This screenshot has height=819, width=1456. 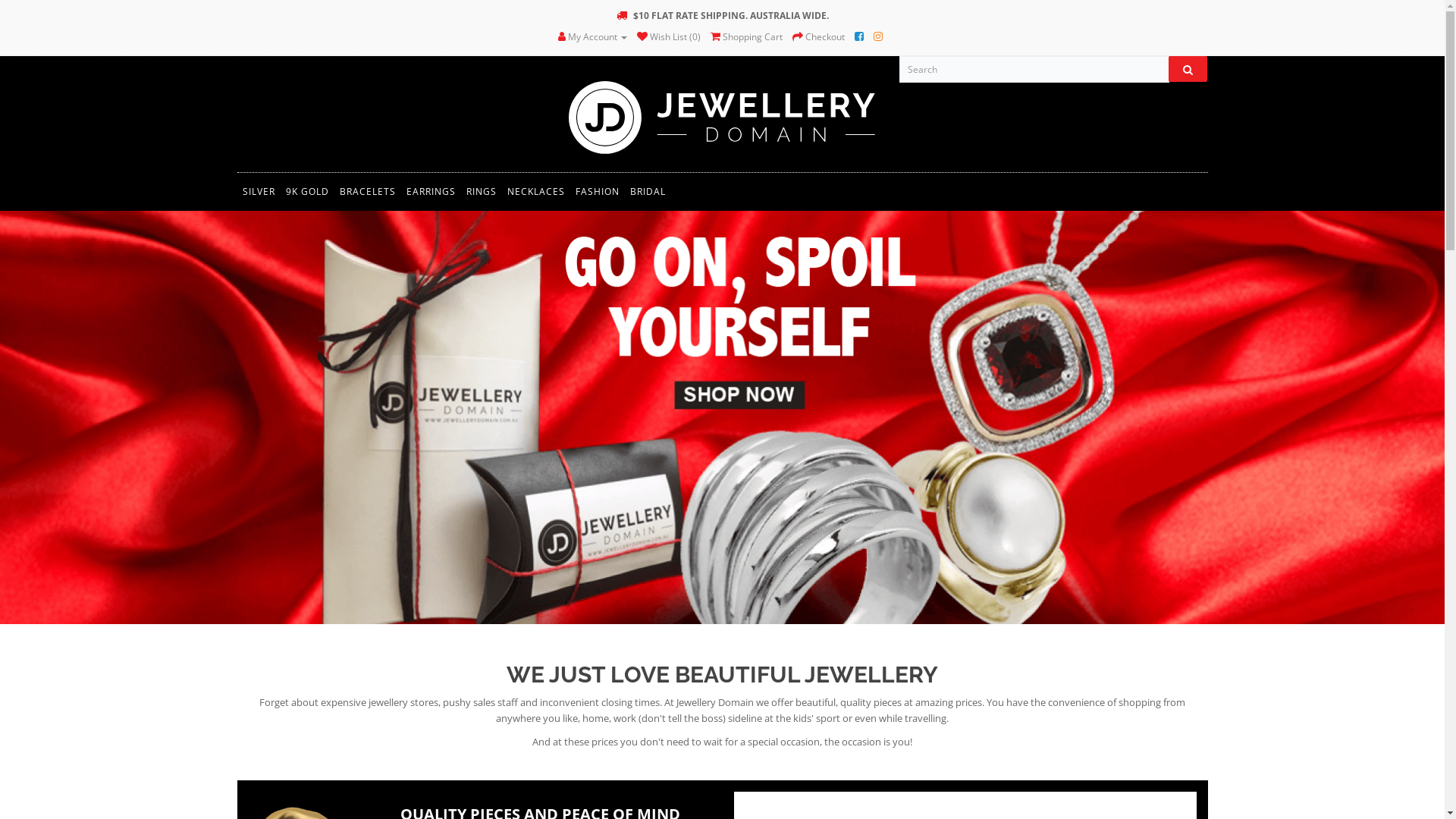 I want to click on 'SILVER', so click(x=258, y=191).